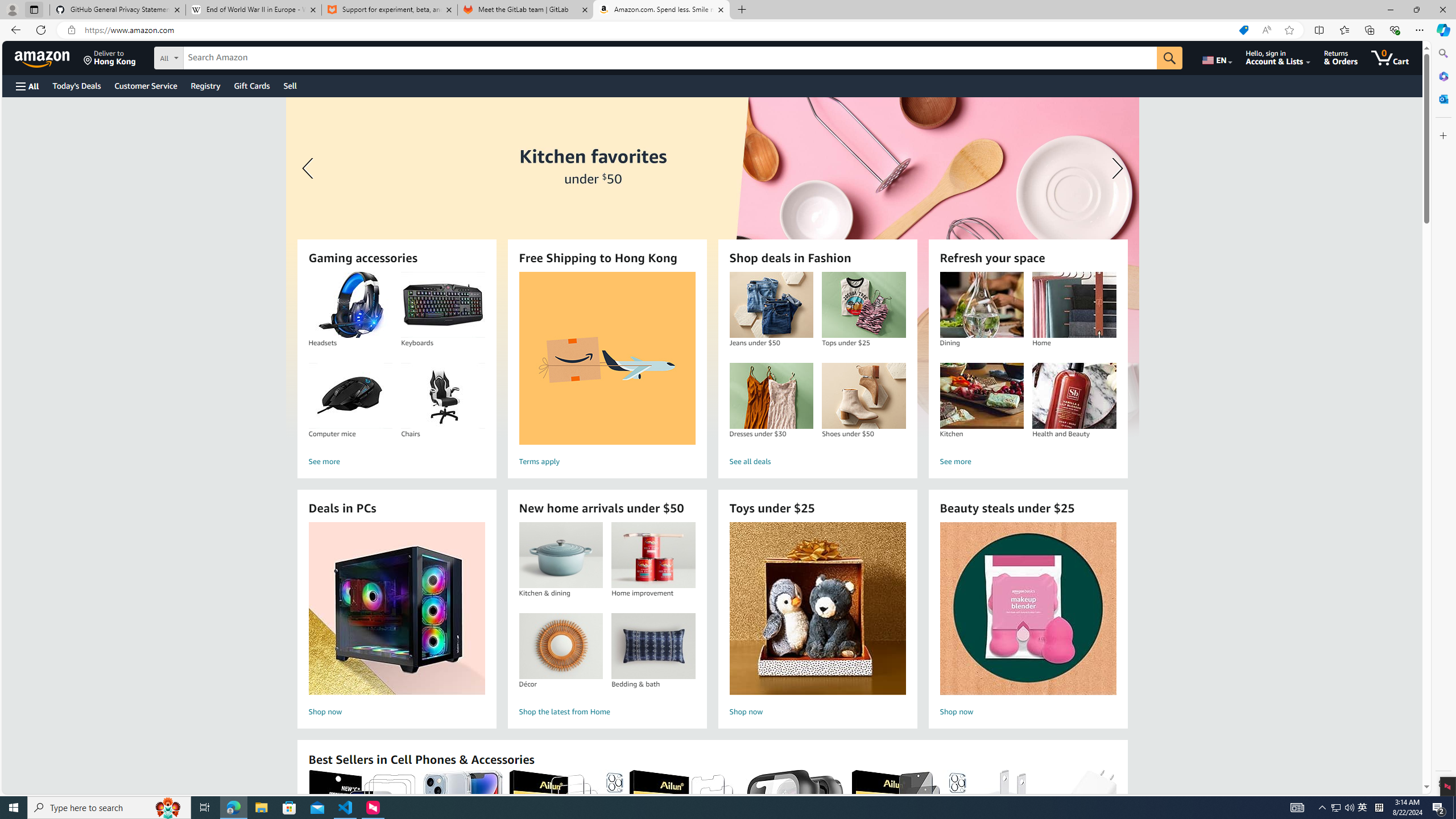 Image resolution: width=1456 pixels, height=819 pixels. Describe the element at coordinates (26, 85) in the screenshot. I see `'Open Menu'` at that location.